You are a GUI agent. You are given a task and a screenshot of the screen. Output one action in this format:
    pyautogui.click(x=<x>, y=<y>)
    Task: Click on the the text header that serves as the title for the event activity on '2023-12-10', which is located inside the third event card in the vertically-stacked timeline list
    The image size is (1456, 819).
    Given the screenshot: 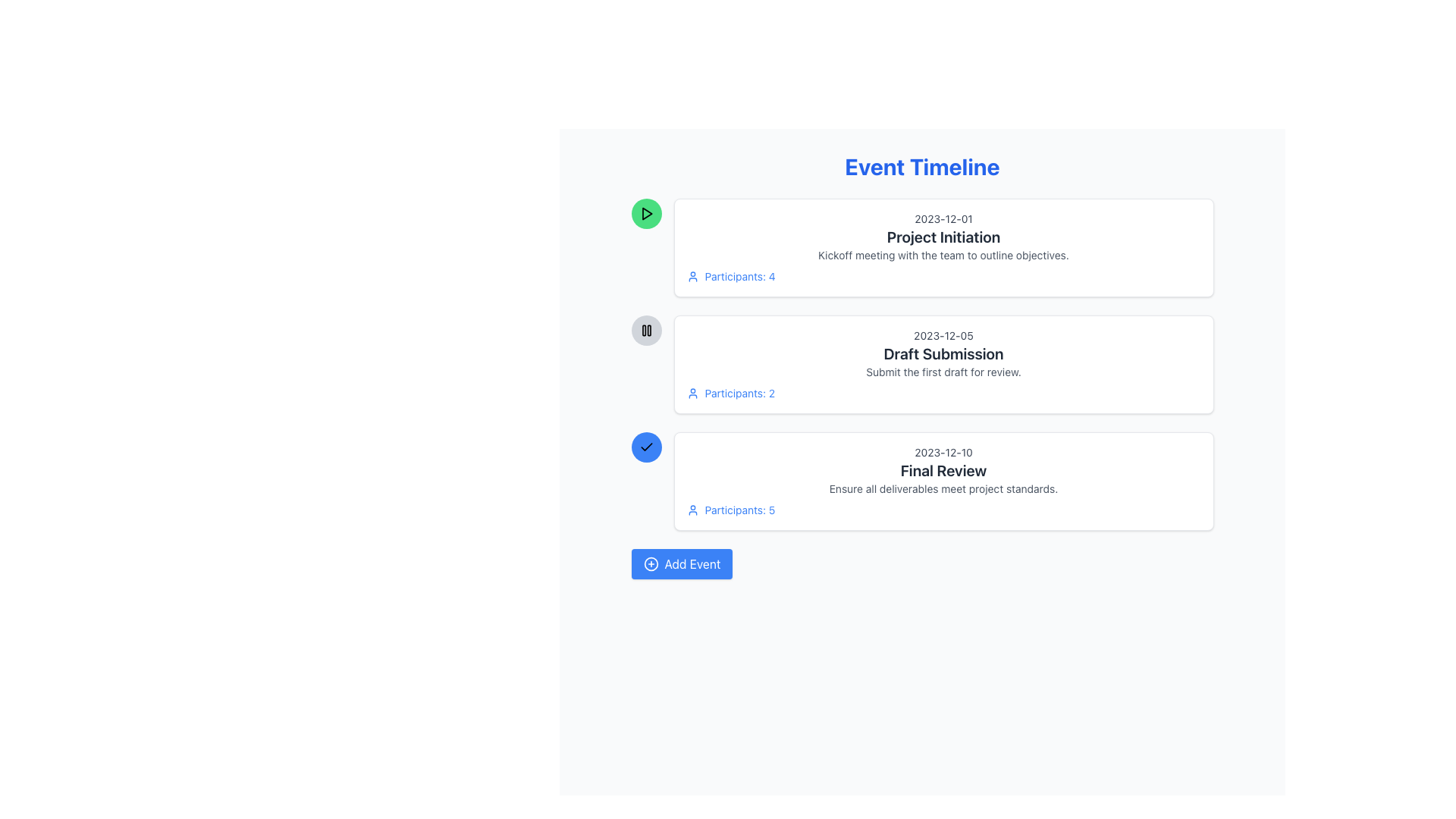 What is the action you would take?
    pyautogui.click(x=943, y=470)
    